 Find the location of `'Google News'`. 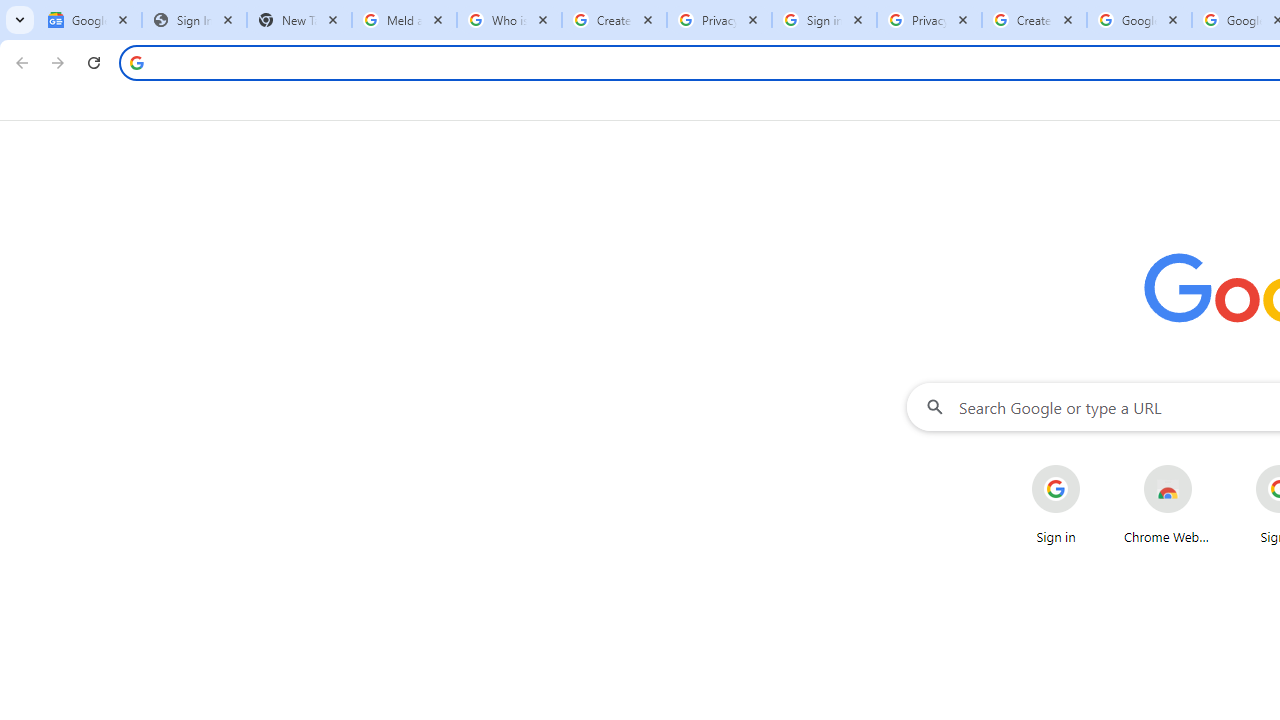

'Google News' is located at coordinates (88, 20).